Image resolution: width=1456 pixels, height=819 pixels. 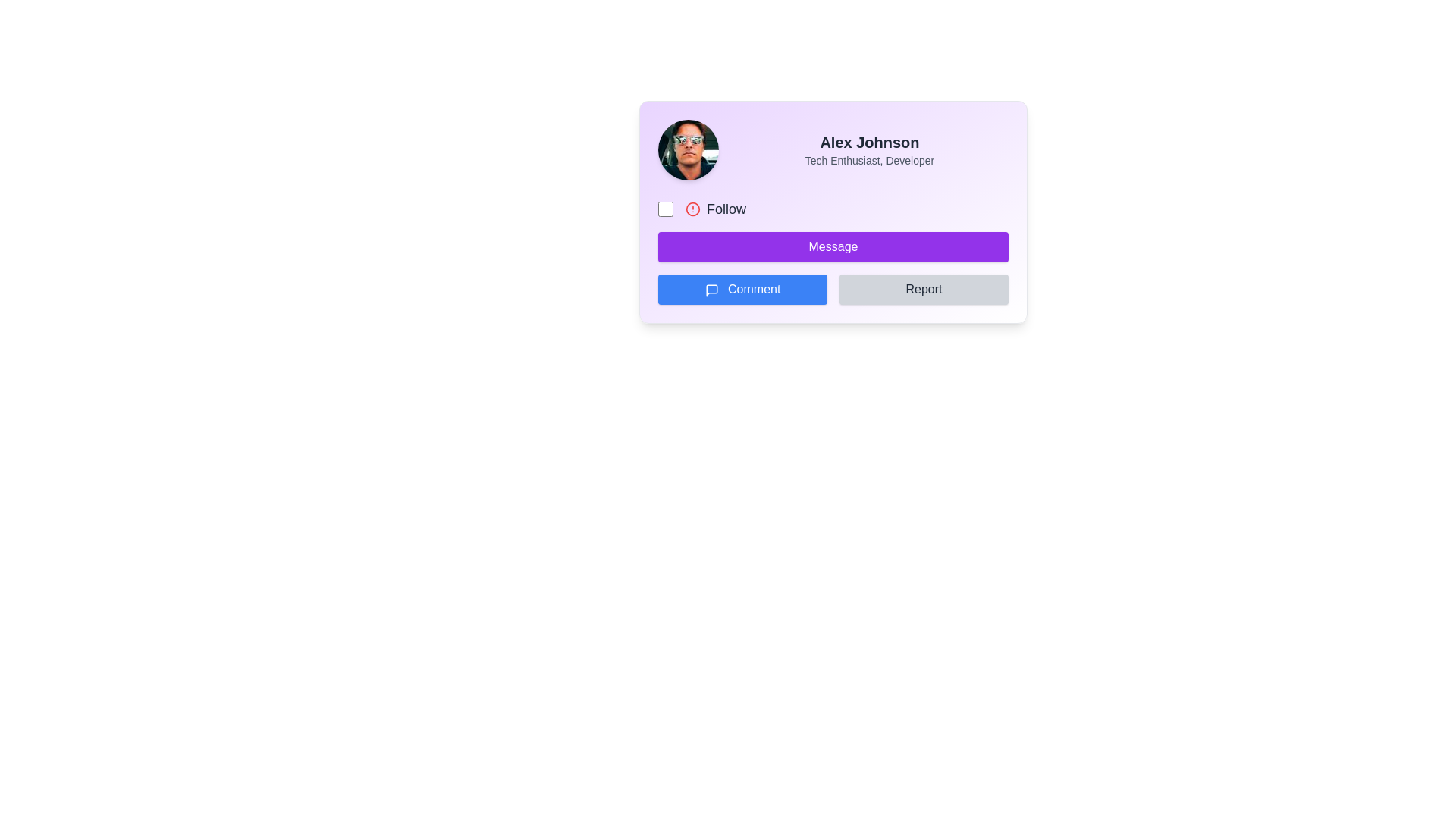 What do you see at coordinates (870, 143) in the screenshot?
I see `the static text element displaying 'Alex Johnson', which is styled in a bold, large font and located below the profile image` at bounding box center [870, 143].